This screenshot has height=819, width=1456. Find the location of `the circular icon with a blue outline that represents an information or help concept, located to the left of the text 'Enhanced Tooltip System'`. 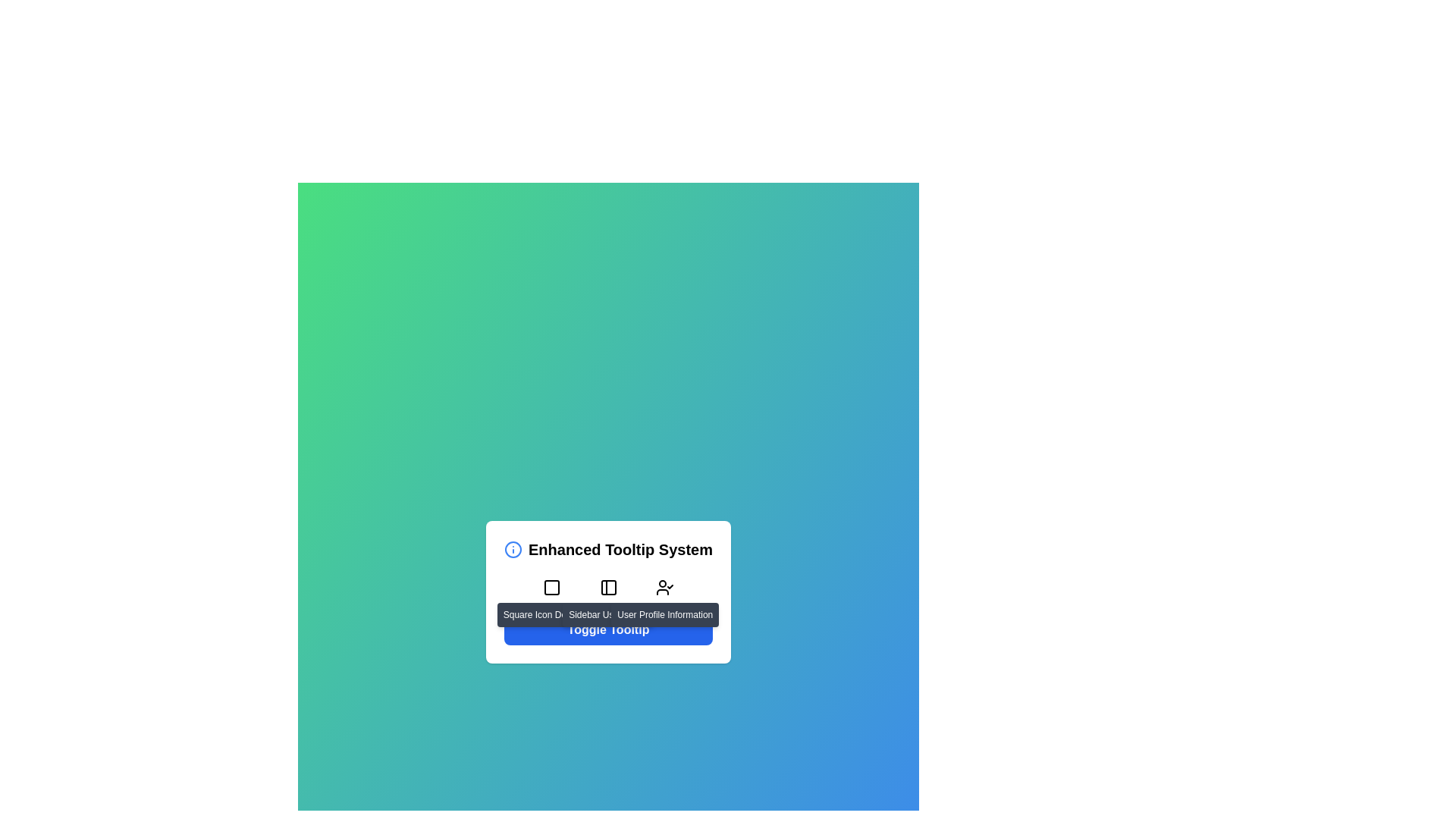

the circular icon with a blue outline that represents an information or help concept, located to the left of the text 'Enhanced Tooltip System' is located at coordinates (513, 550).